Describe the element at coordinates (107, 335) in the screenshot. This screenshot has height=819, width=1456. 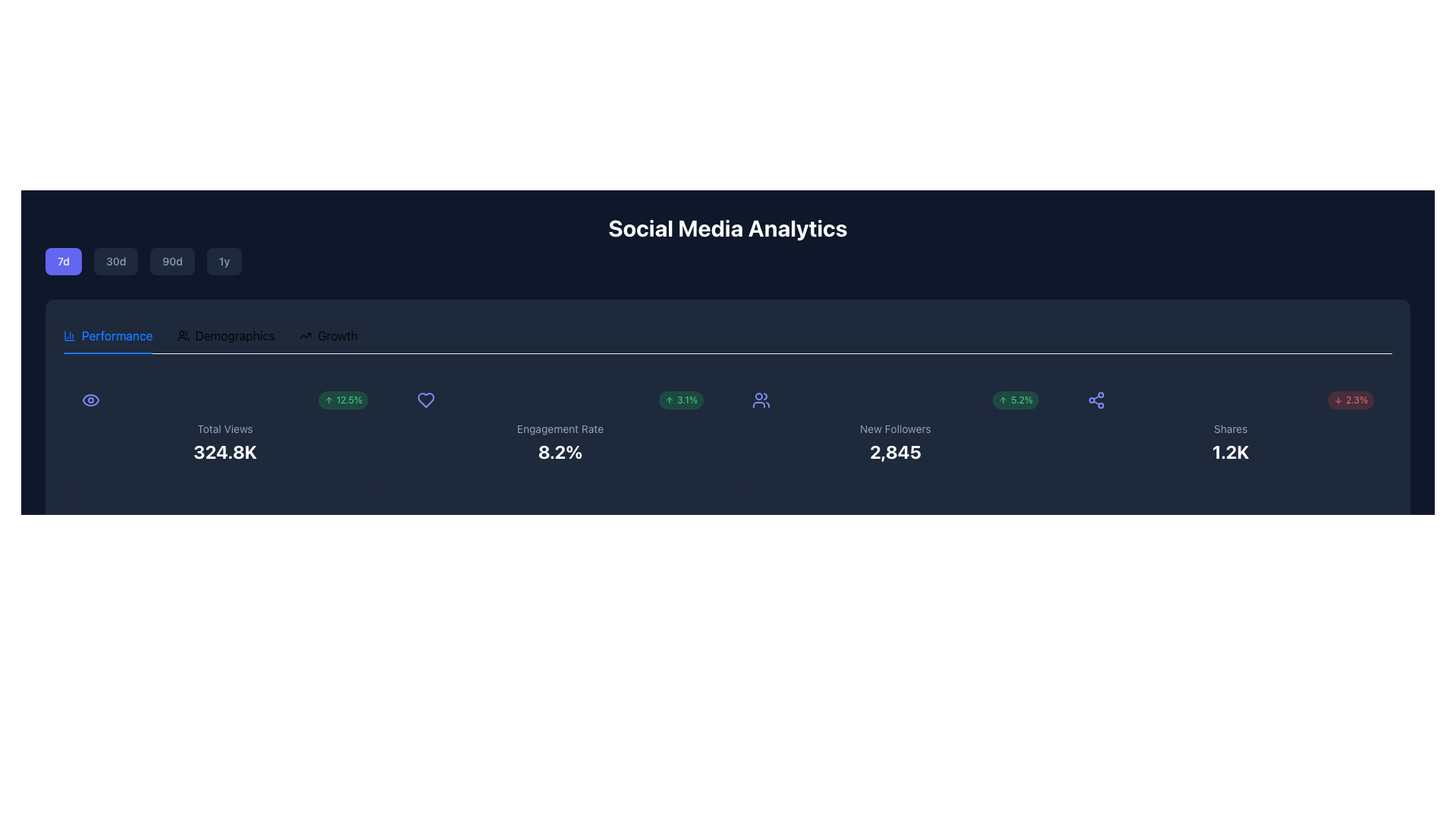
I see `the highlighted 'Performance' tab element to switch to the Performance section` at that location.